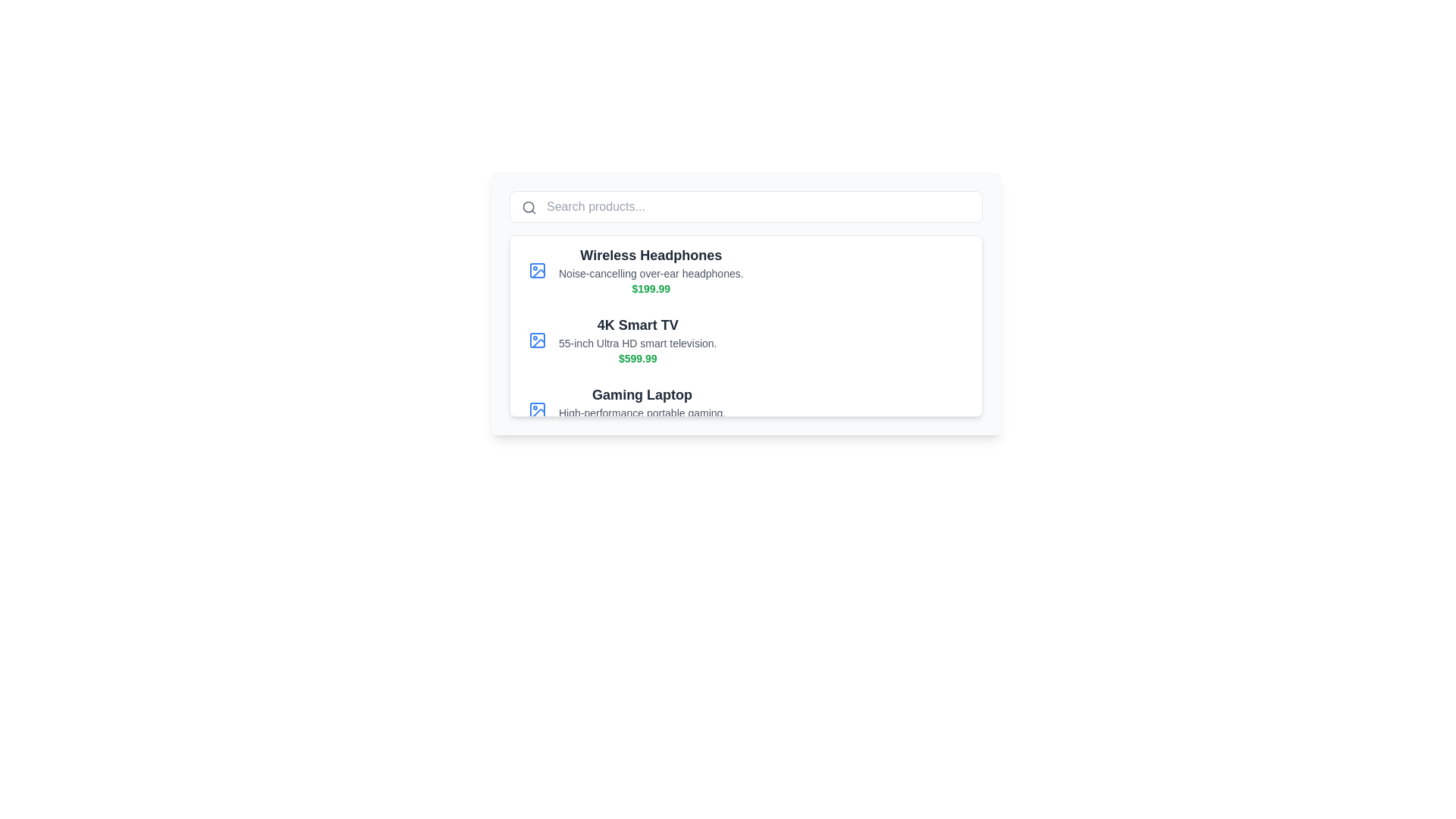 This screenshot has width=1456, height=819. Describe the element at coordinates (538, 339) in the screenshot. I see `the icon resembling an image placeholder with a blue stroke color, located to the left of the product information '4K Smart TV'` at that location.